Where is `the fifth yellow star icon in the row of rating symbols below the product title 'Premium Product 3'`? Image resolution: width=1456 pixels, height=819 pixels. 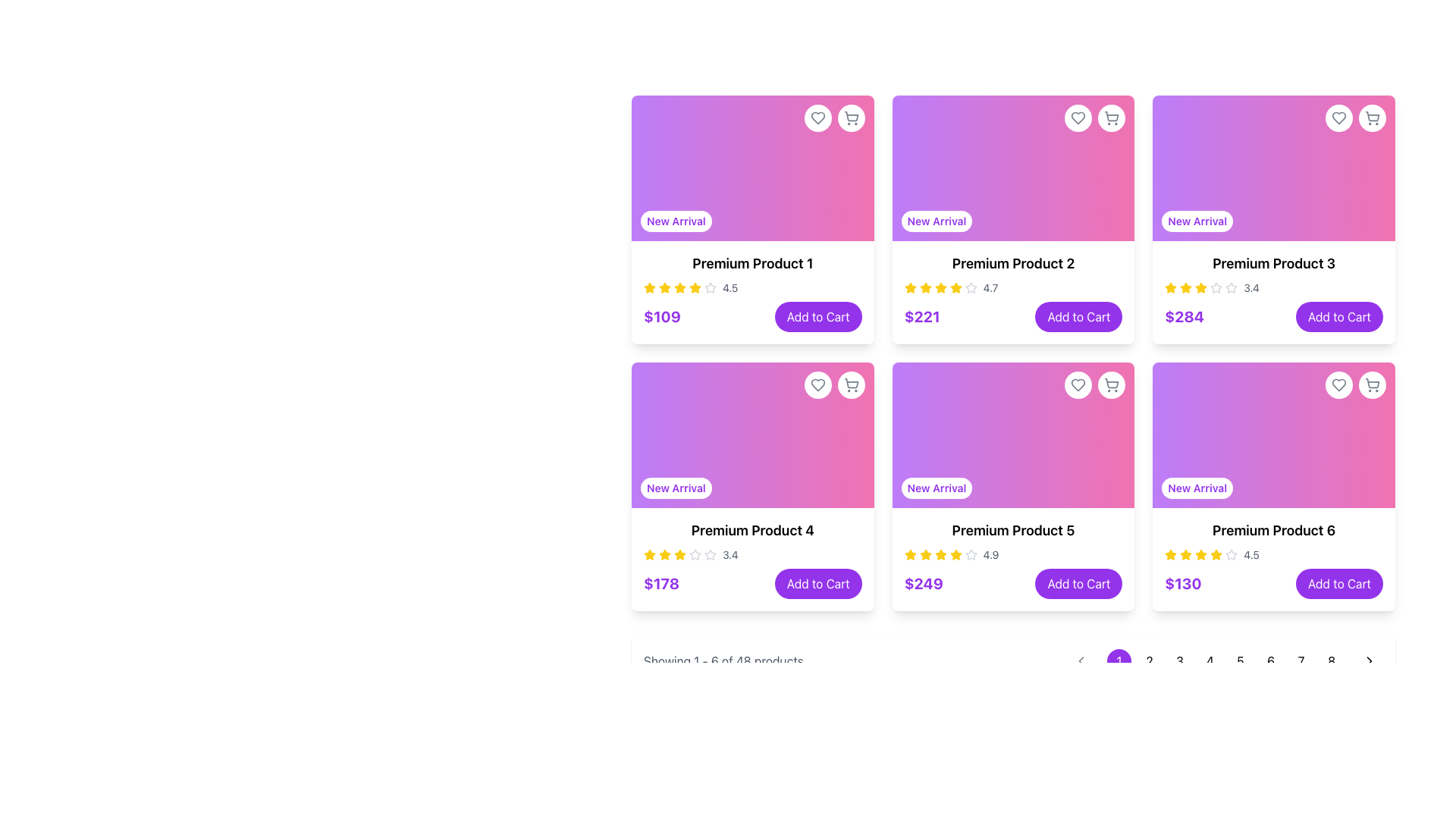 the fifth yellow star icon in the row of rating symbols below the product title 'Premium Product 3' is located at coordinates (1200, 288).